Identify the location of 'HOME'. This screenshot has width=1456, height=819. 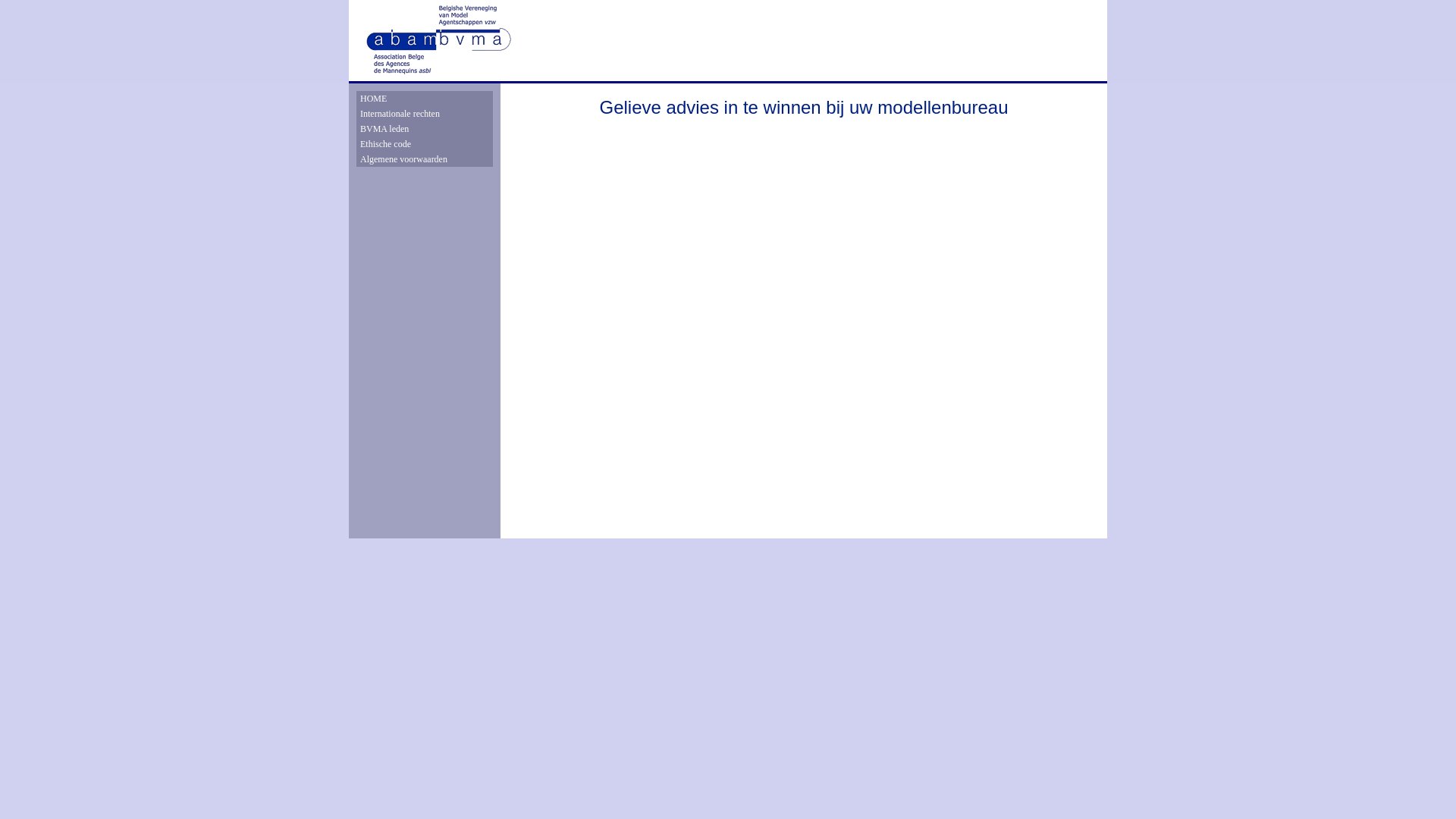
(359, 99).